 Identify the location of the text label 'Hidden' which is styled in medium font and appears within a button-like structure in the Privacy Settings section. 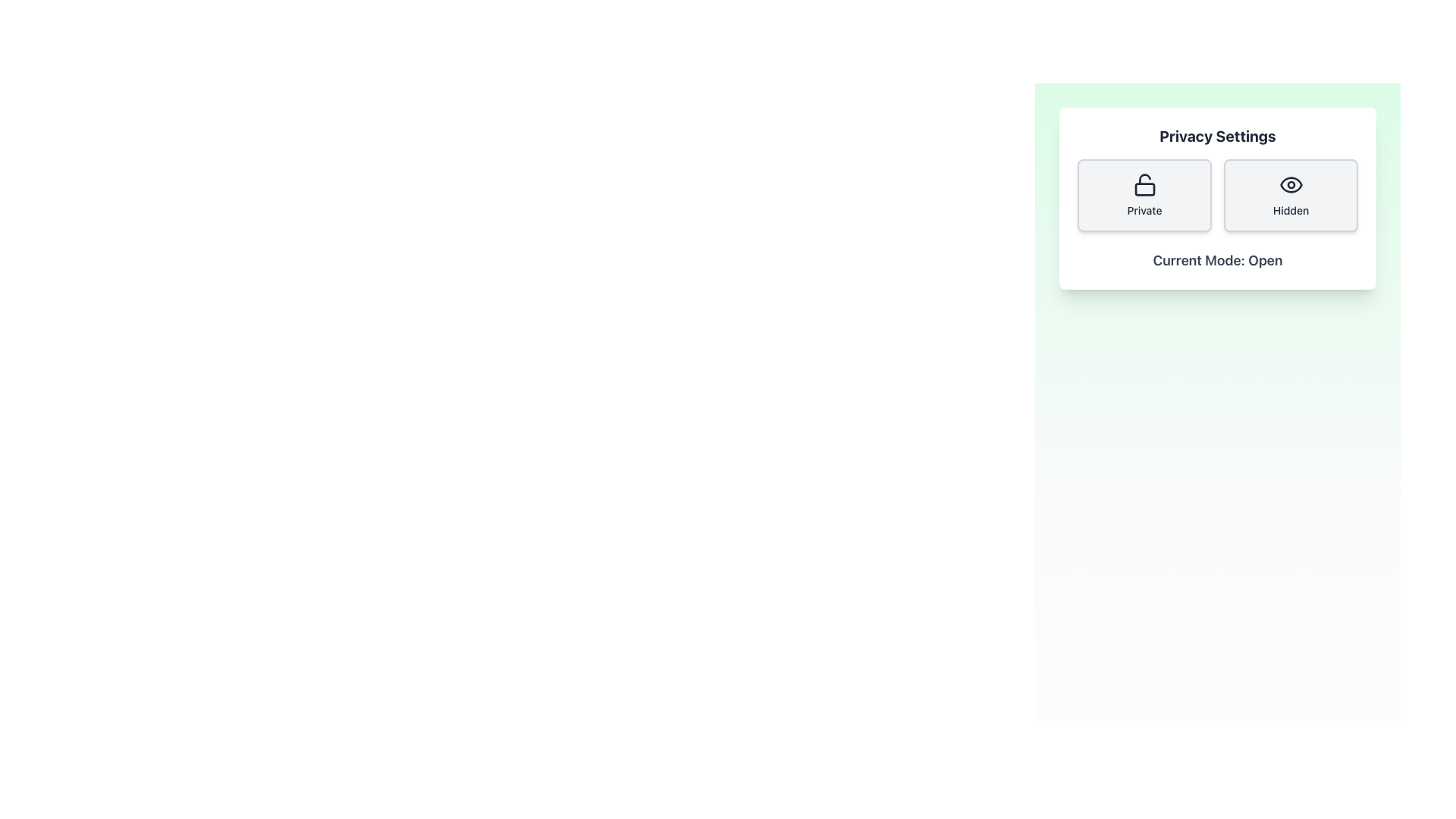
(1290, 210).